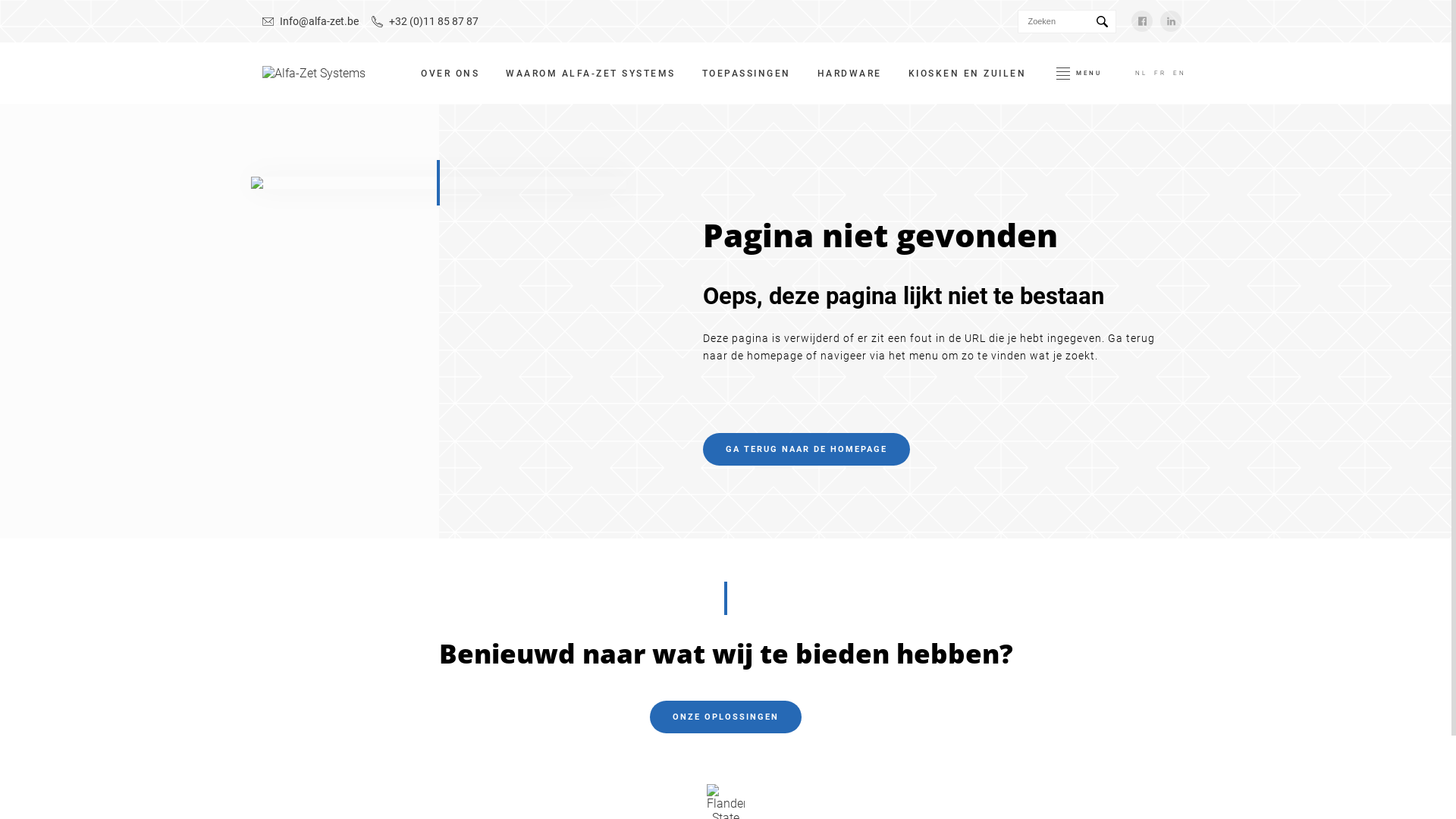 This screenshot has width=1456, height=819. I want to click on 'FR', so click(1159, 73).